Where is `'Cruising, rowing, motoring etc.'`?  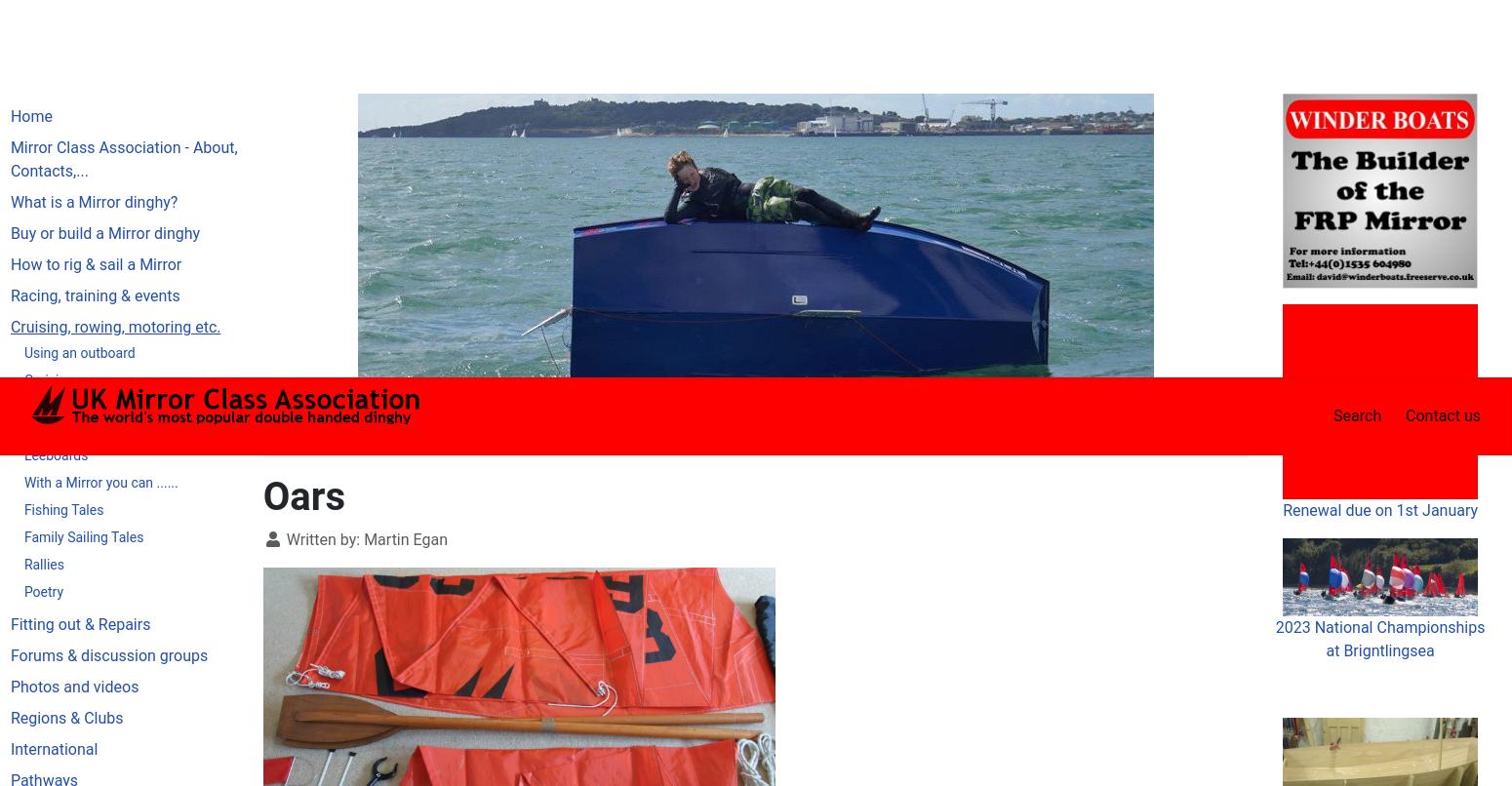
'Cruising, rowing, motoring etc.' is located at coordinates (465, 60).